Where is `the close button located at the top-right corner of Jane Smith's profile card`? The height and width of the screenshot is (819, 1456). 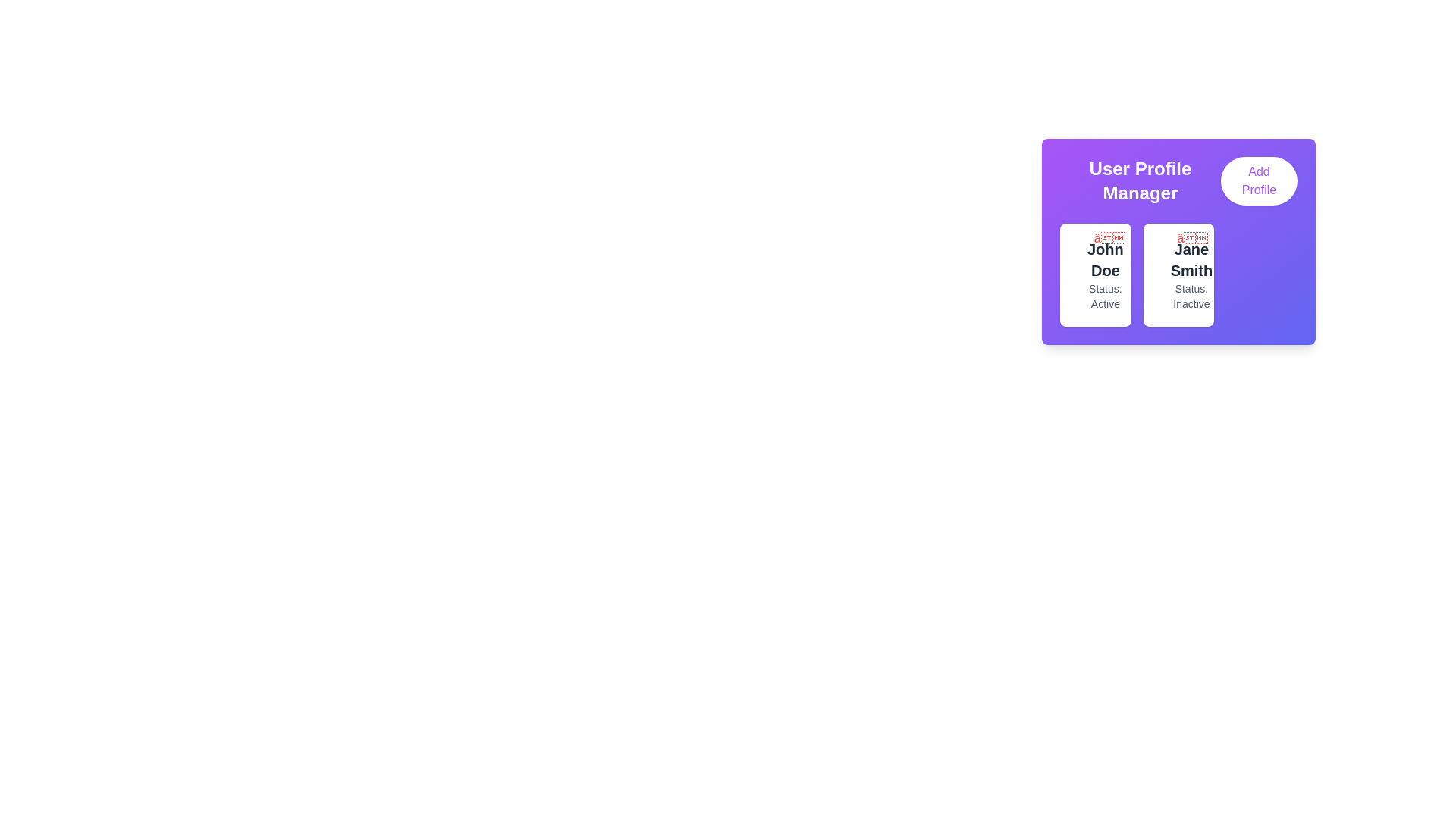
the close button located at the top-right corner of Jane Smith's profile card is located at coordinates (1191, 239).